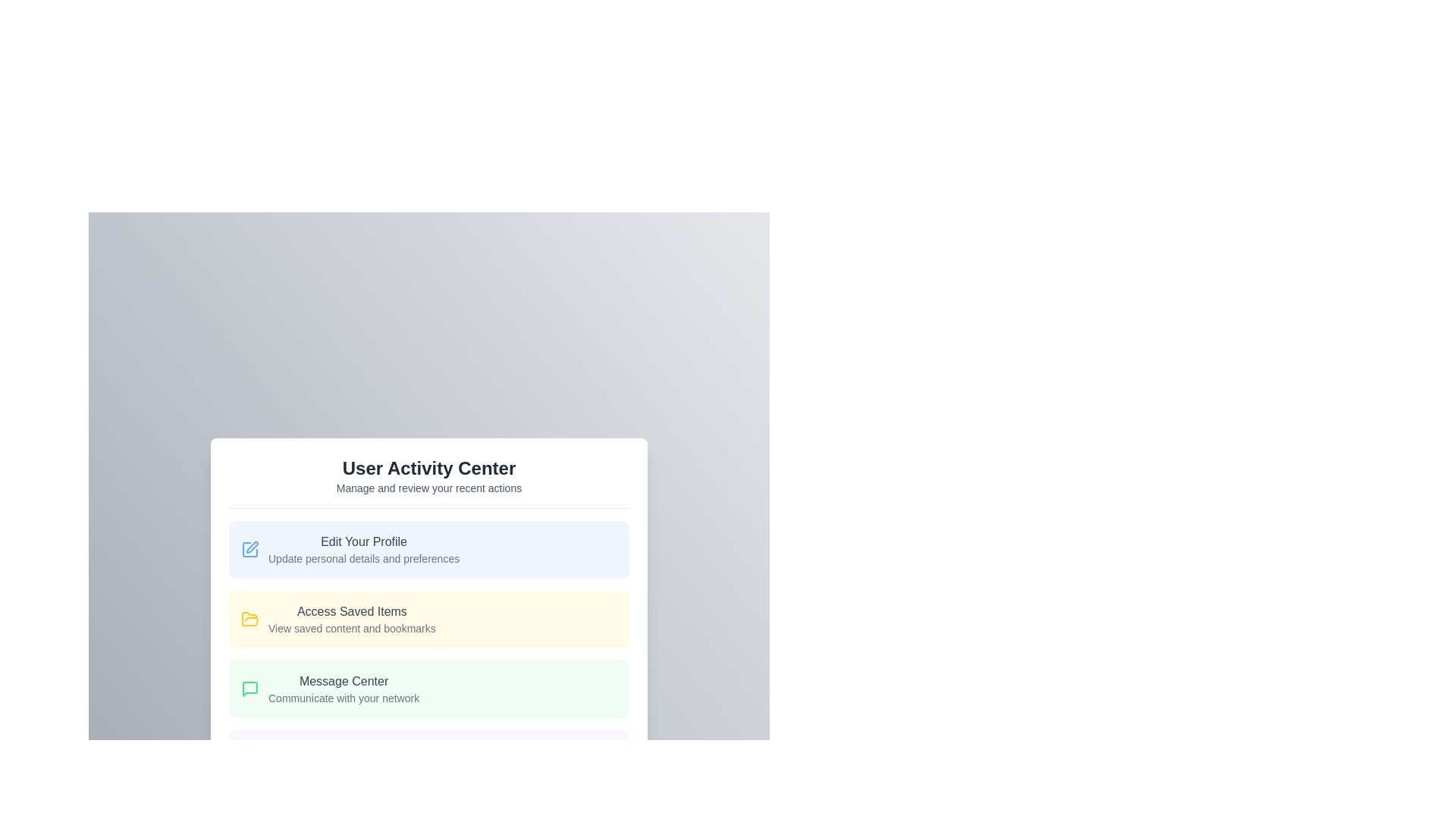 The height and width of the screenshot is (819, 1456). What do you see at coordinates (250, 688) in the screenshot?
I see `the green rectangular message bubble icon located to the left of the 'Message Center' text, indicating interaction` at bounding box center [250, 688].